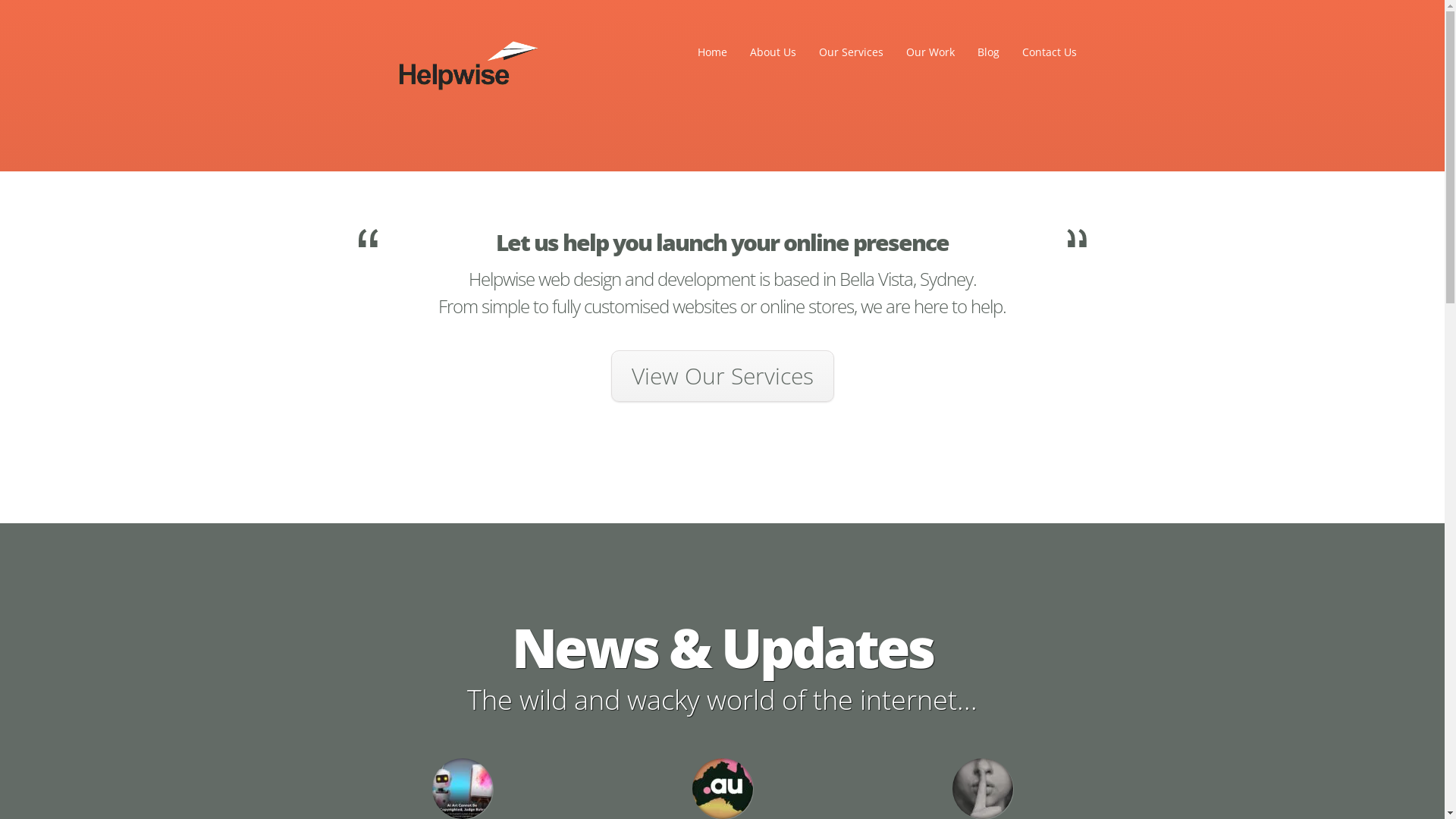 The image size is (1456, 819). Describe the element at coordinates (686, 52) in the screenshot. I see `'Home'` at that location.